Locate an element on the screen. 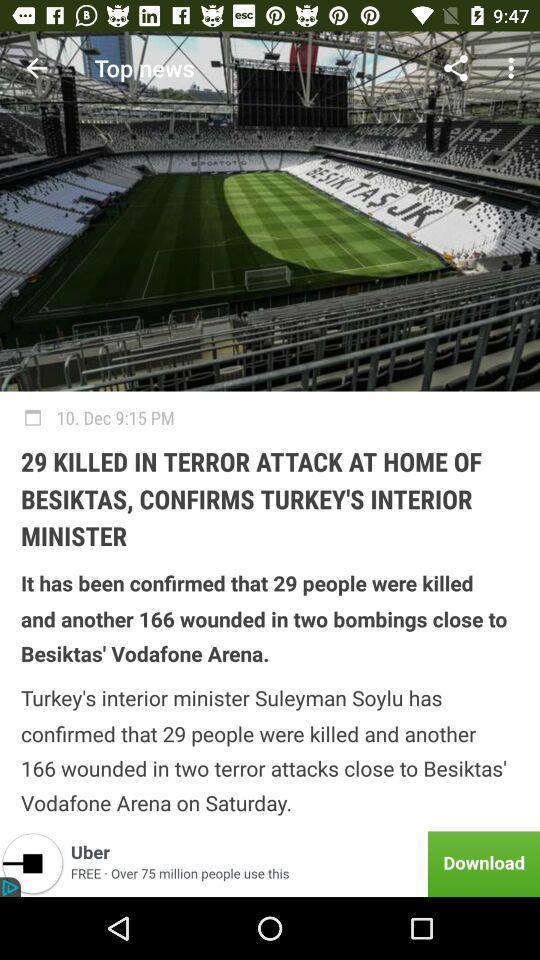 The height and width of the screenshot is (960, 540). icon above 10 dec 9 is located at coordinates (455, 68).